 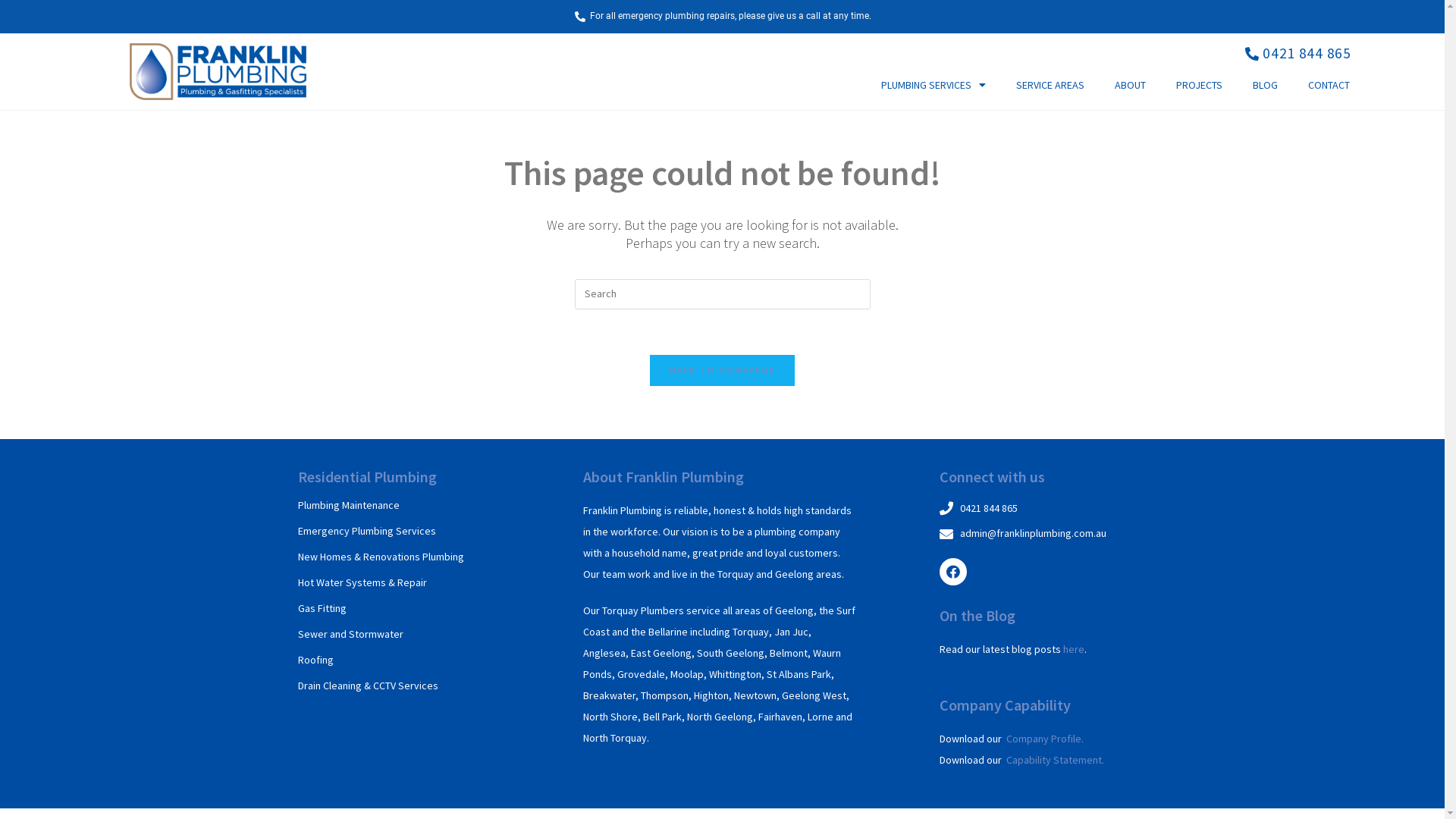 I want to click on 'BACK TO HOMEPAGE', so click(x=650, y=370).